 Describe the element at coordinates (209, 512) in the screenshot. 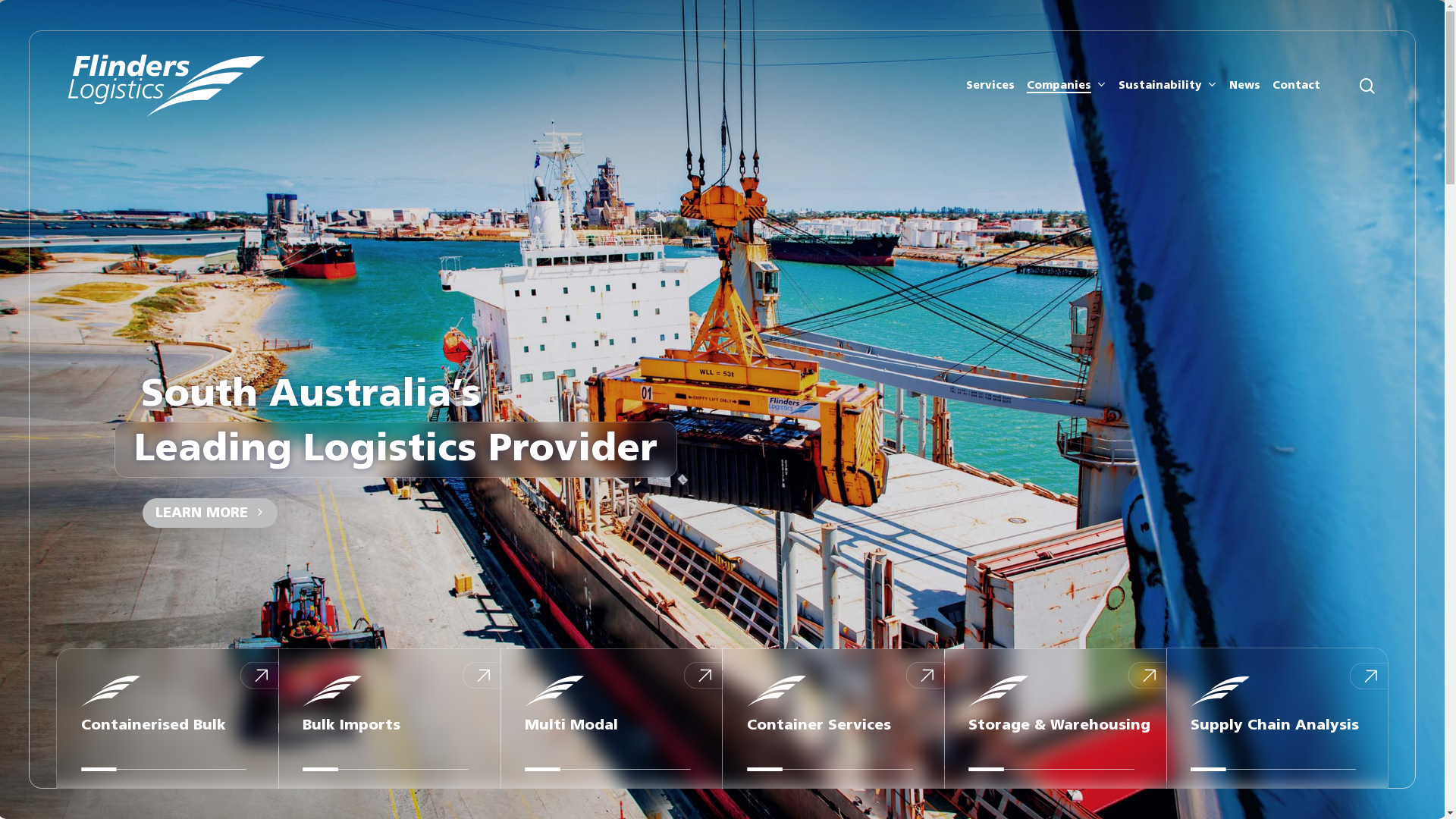

I see `'LEARN MORE'` at that location.